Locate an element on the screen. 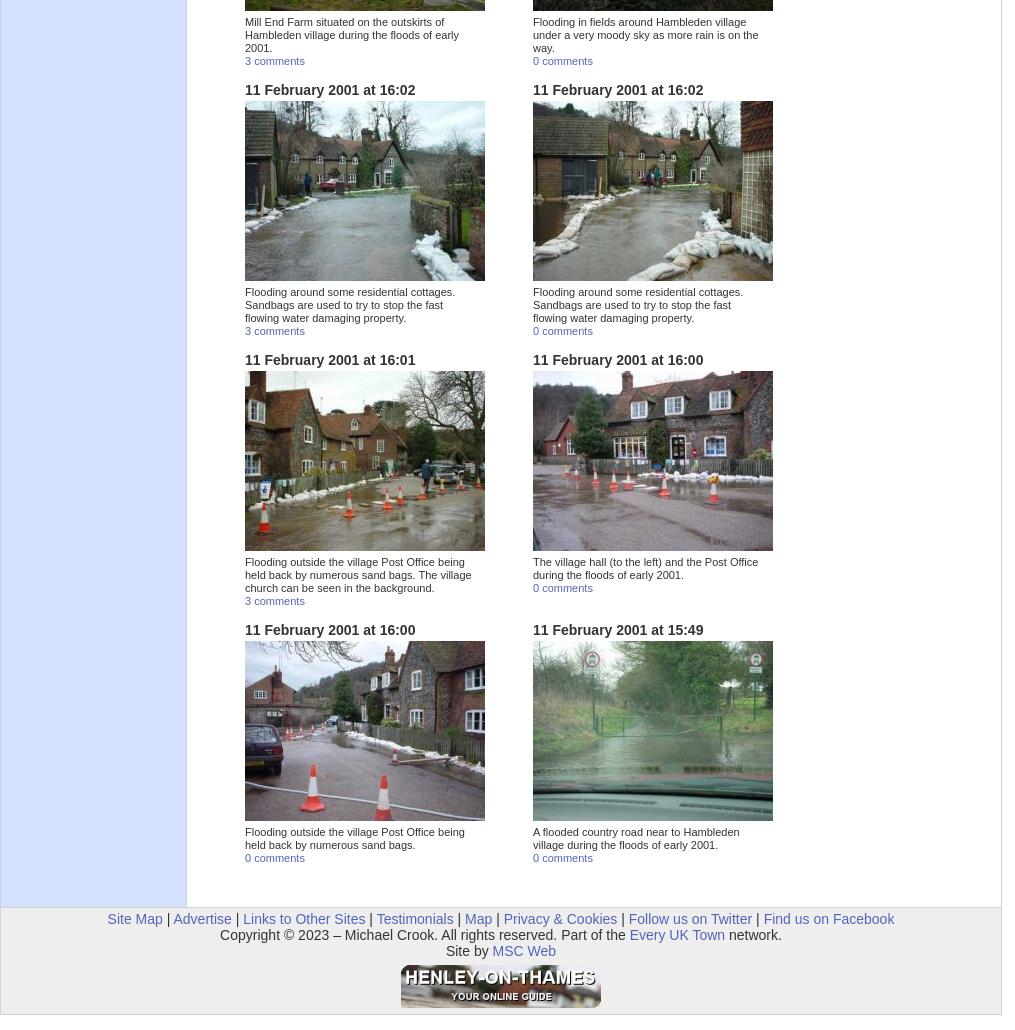  '11 February 2001 at 16:01' is located at coordinates (328, 359).